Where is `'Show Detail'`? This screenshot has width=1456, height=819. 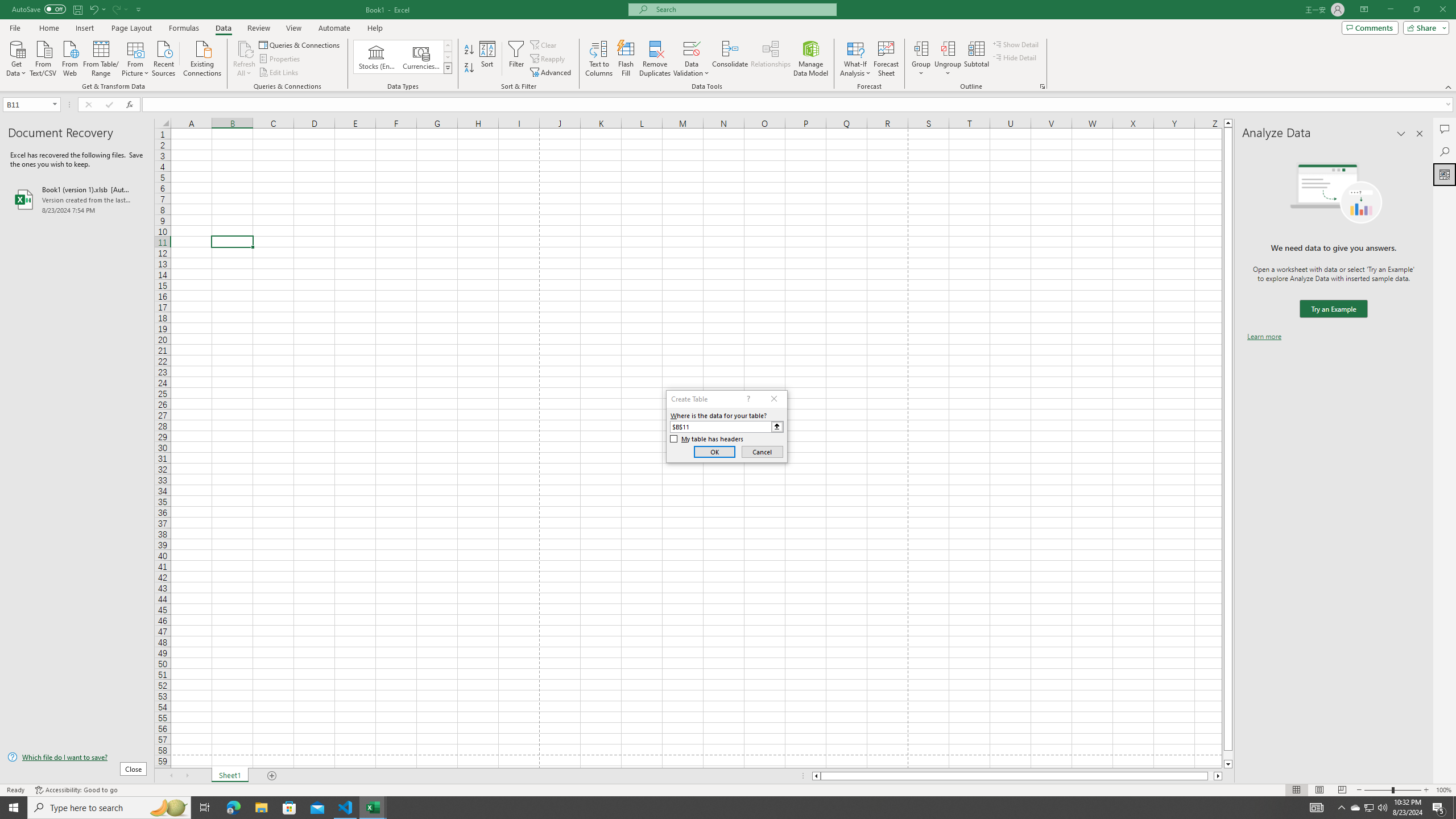
'Show Detail' is located at coordinates (1015, 44).